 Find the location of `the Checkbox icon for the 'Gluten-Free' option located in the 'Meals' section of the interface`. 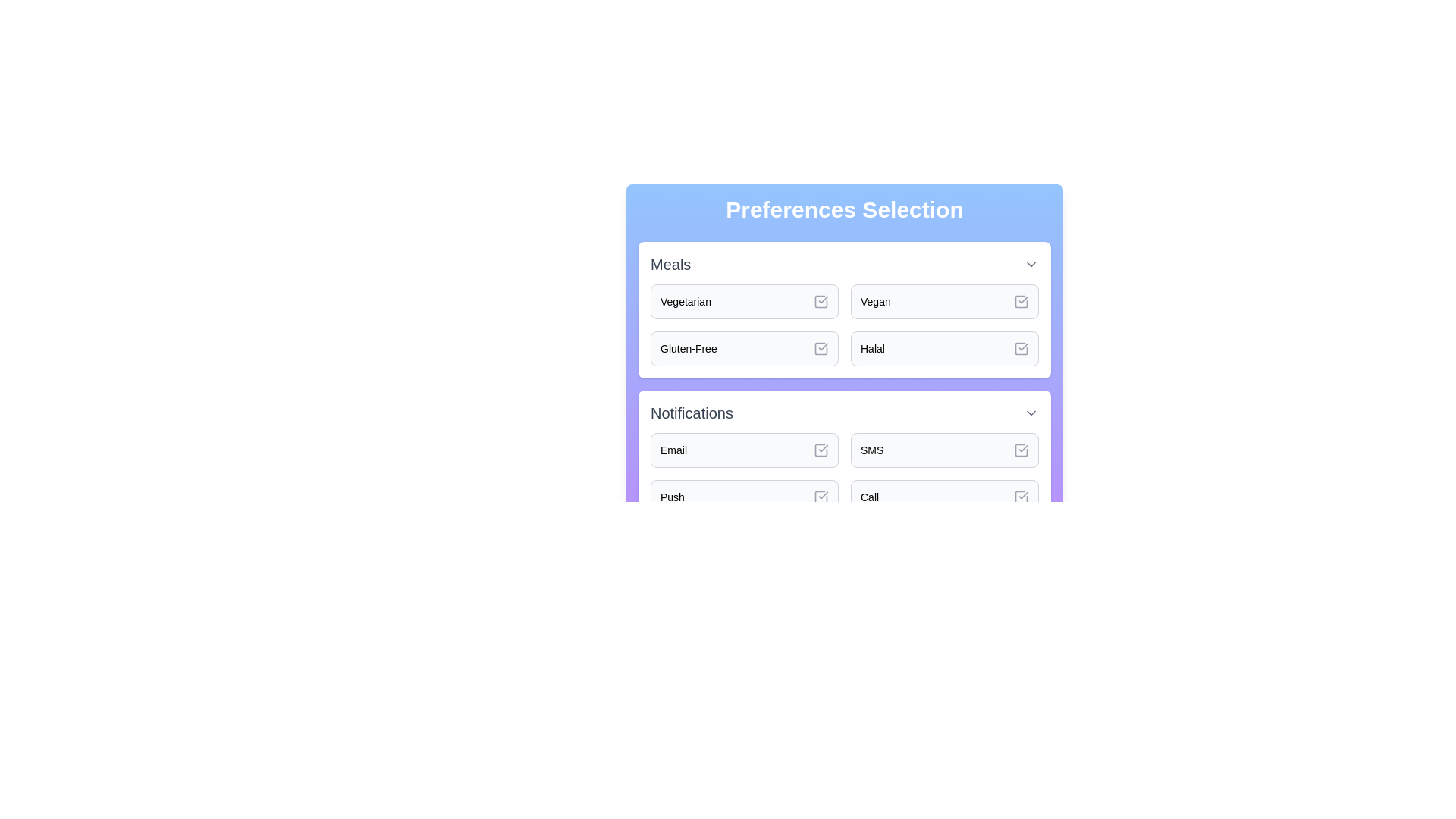

the Checkbox icon for the 'Gluten-Free' option located in the 'Meals' section of the interface is located at coordinates (821, 348).